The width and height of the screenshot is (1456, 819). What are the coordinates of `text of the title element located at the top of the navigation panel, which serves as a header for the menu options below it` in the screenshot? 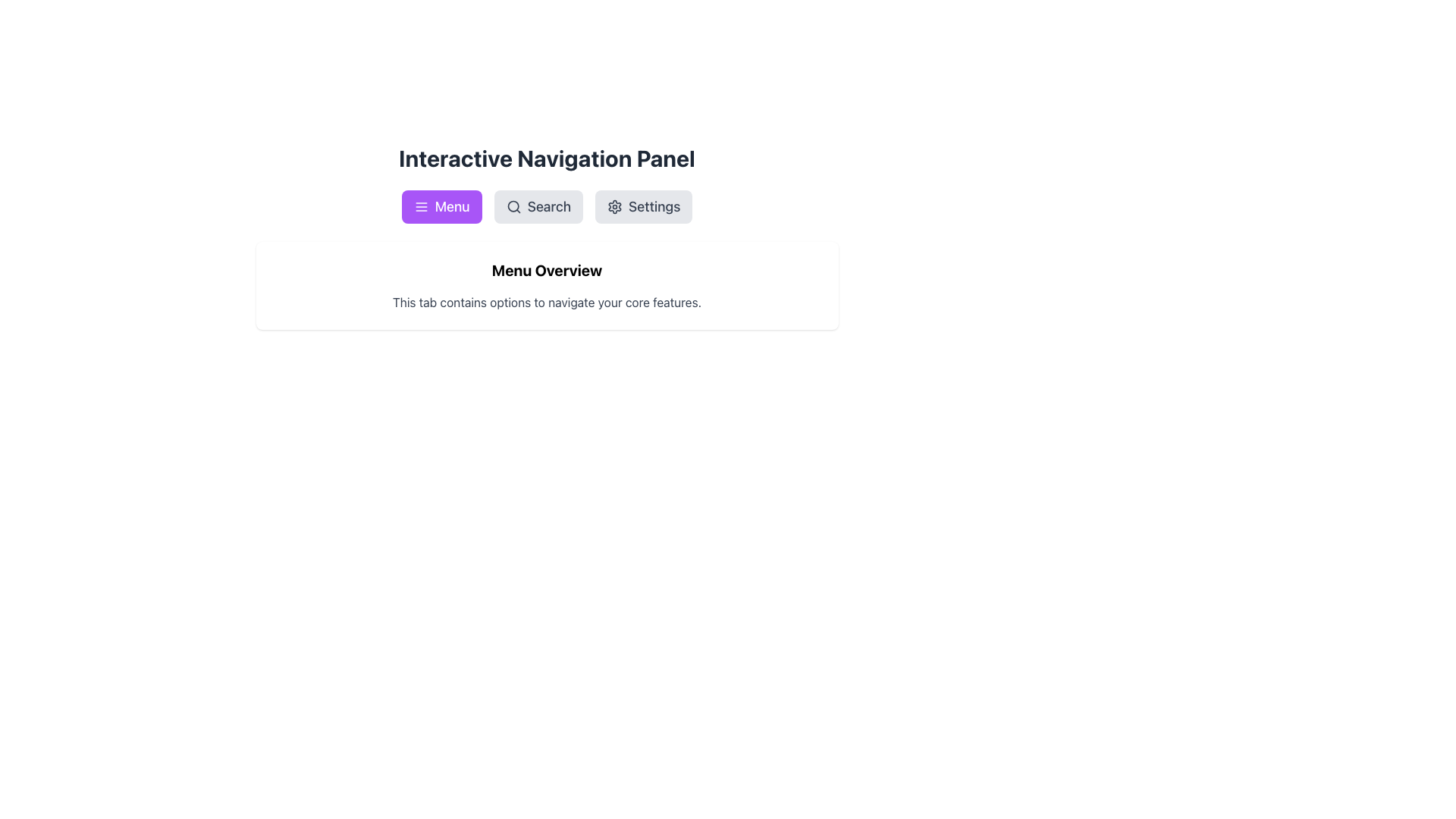 It's located at (546, 158).